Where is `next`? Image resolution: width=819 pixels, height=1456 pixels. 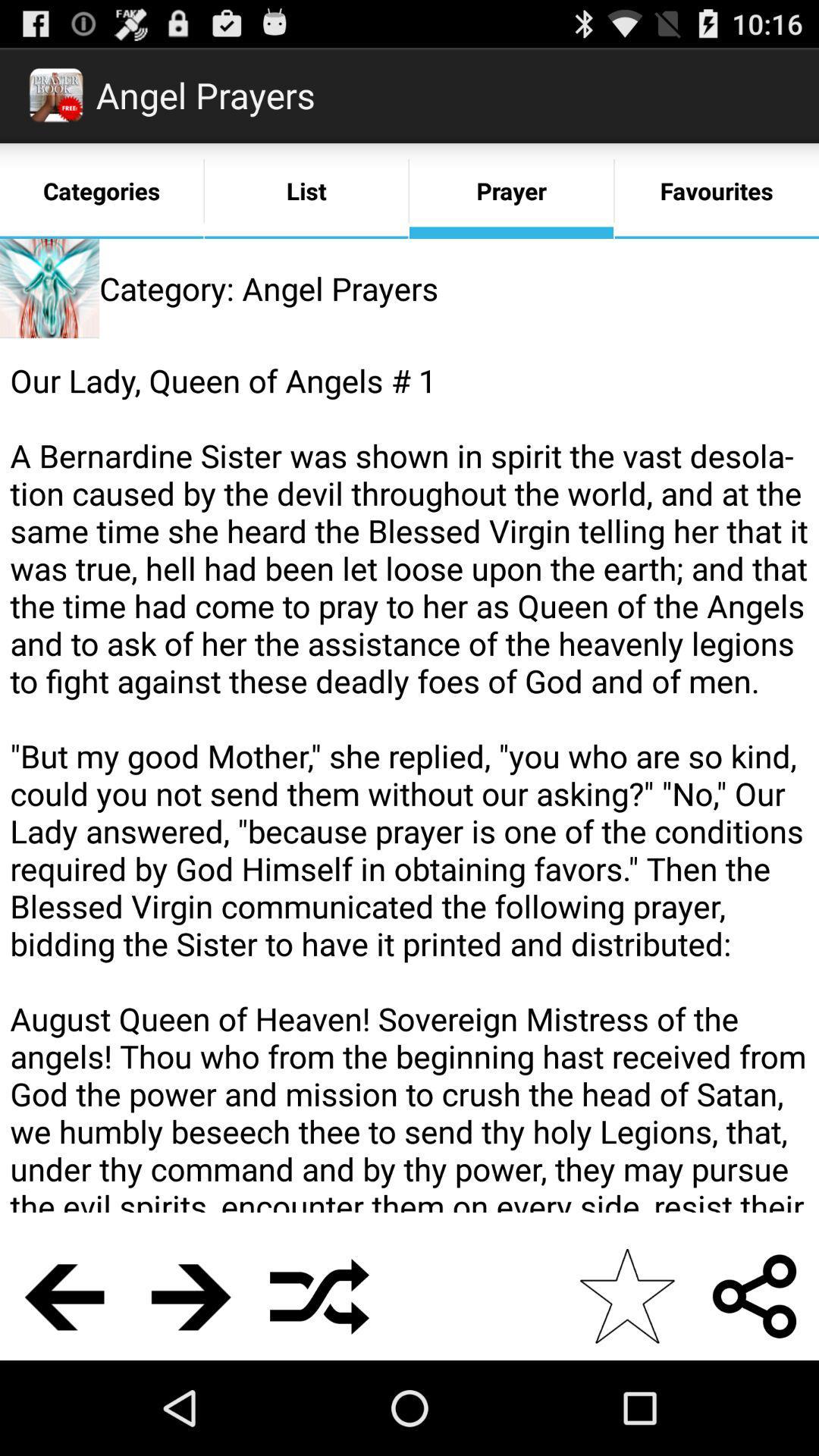
next is located at coordinates (191, 1295).